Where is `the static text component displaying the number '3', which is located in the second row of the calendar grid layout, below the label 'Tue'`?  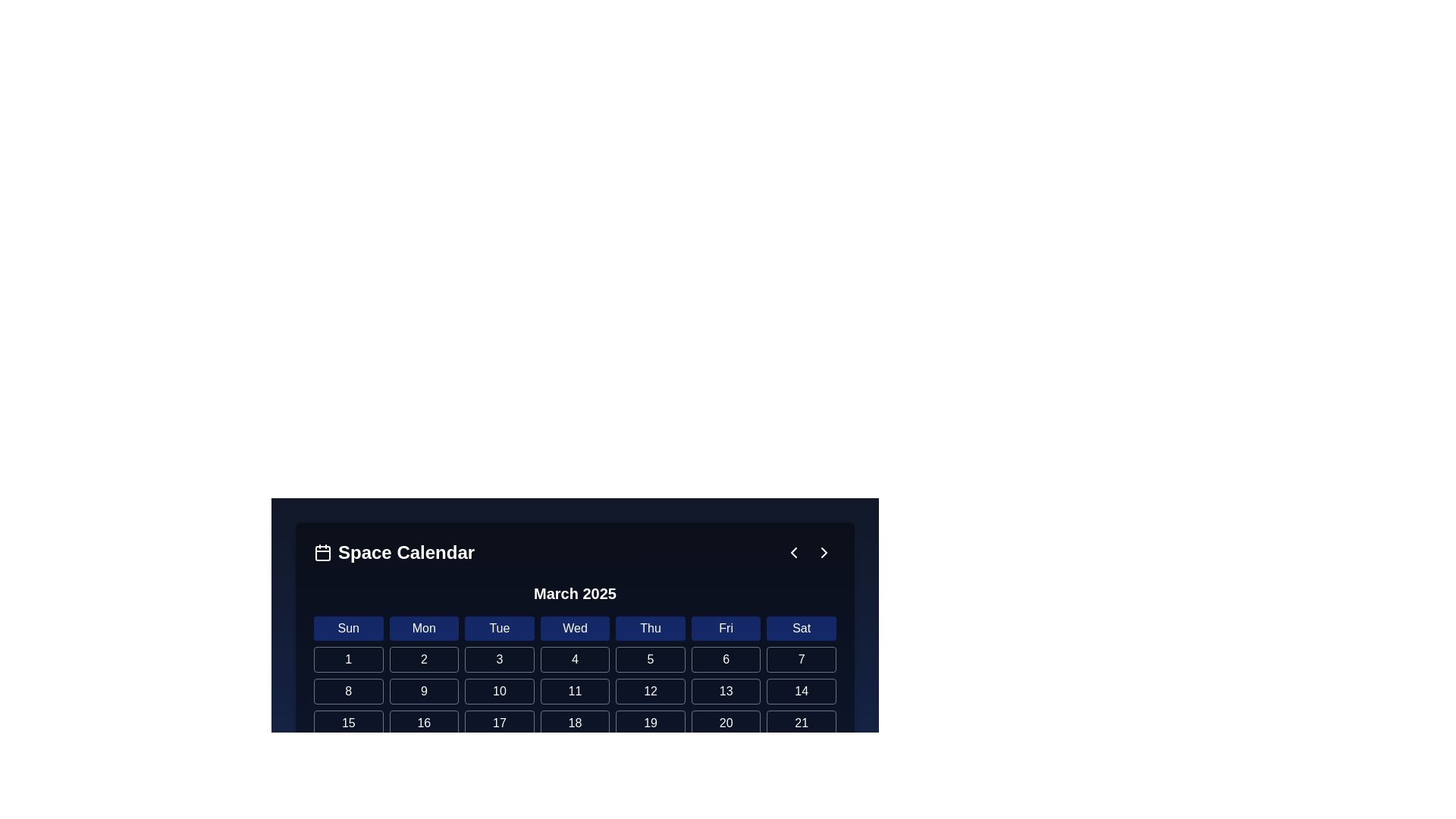
the static text component displaying the number '3', which is located in the second row of the calendar grid layout, below the label 'Tue' is located at coordinates (499, 659).